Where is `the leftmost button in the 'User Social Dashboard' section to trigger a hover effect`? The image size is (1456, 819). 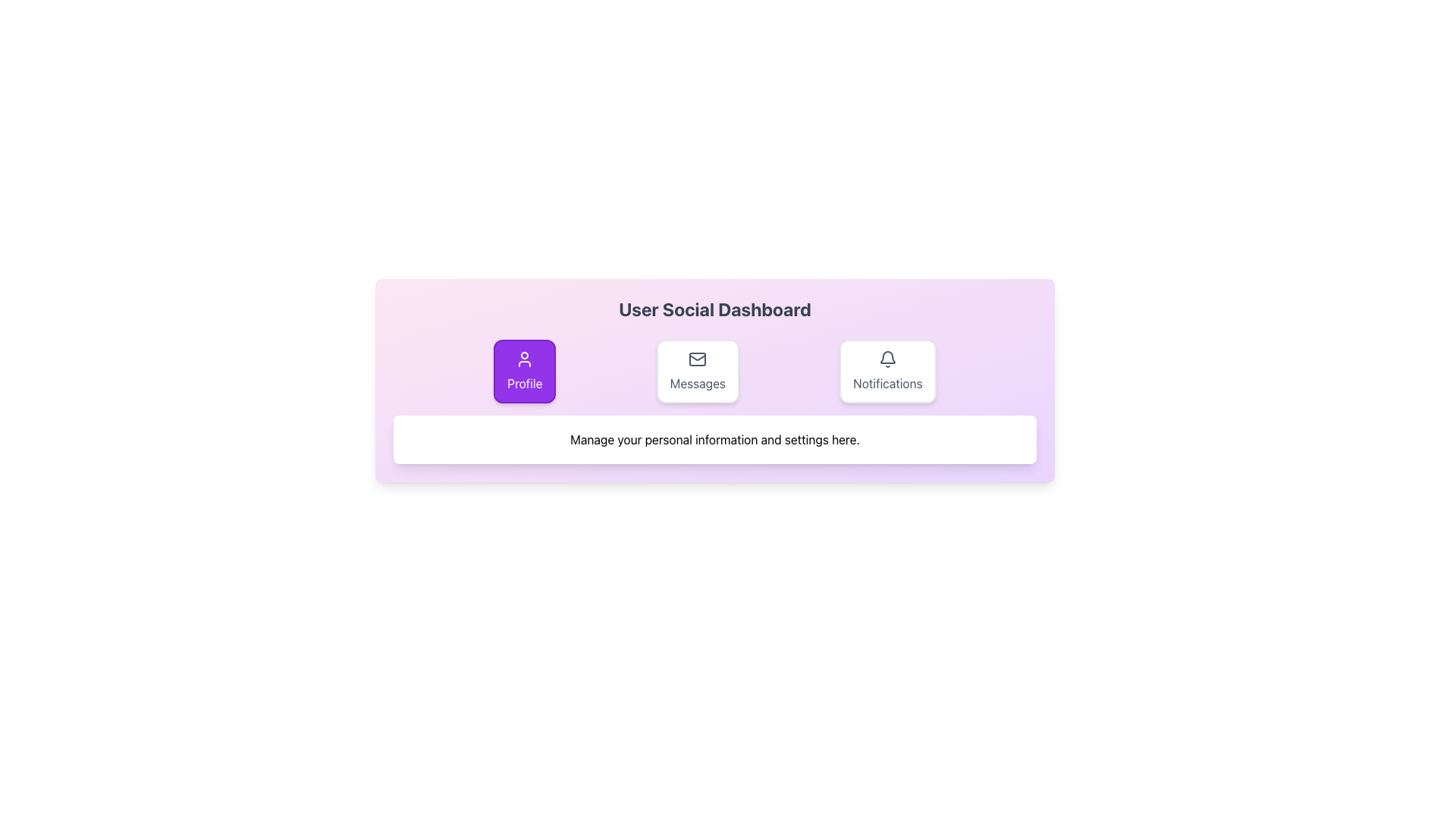
the leftmost button in the 'User Social Dashboard' section to trigger a hover effect is located at coordinates (525, 371).